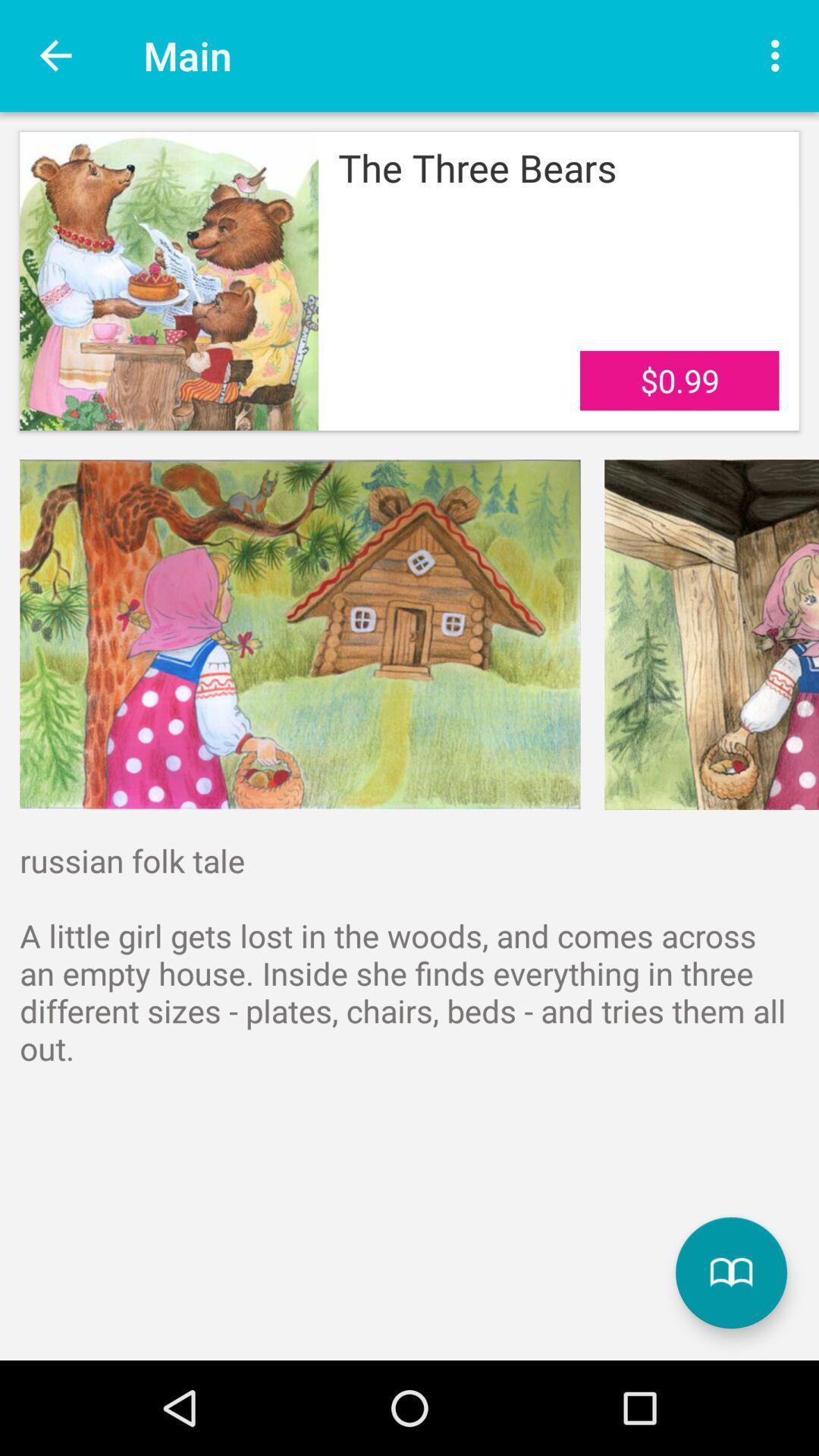 This screenshot has height=1456, width=819. Describe the element at coordinates (730, 1272) in the screenshot. I see `the book icon` at that location.